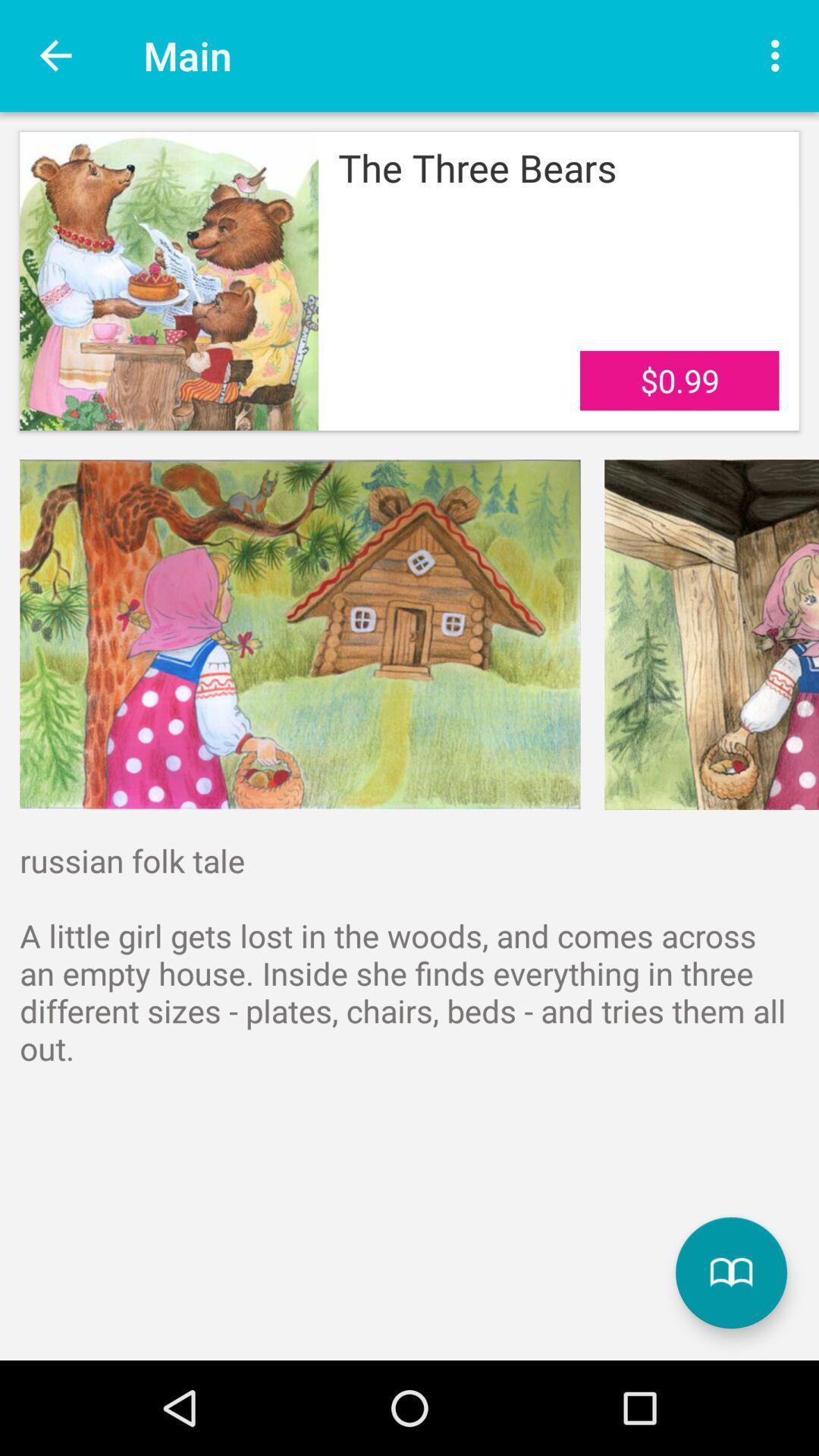 This screenshot has height=1456, width=819. Describe the element at coordinates (730, 1272) in the screenshot. I see `the book icon` at that location.